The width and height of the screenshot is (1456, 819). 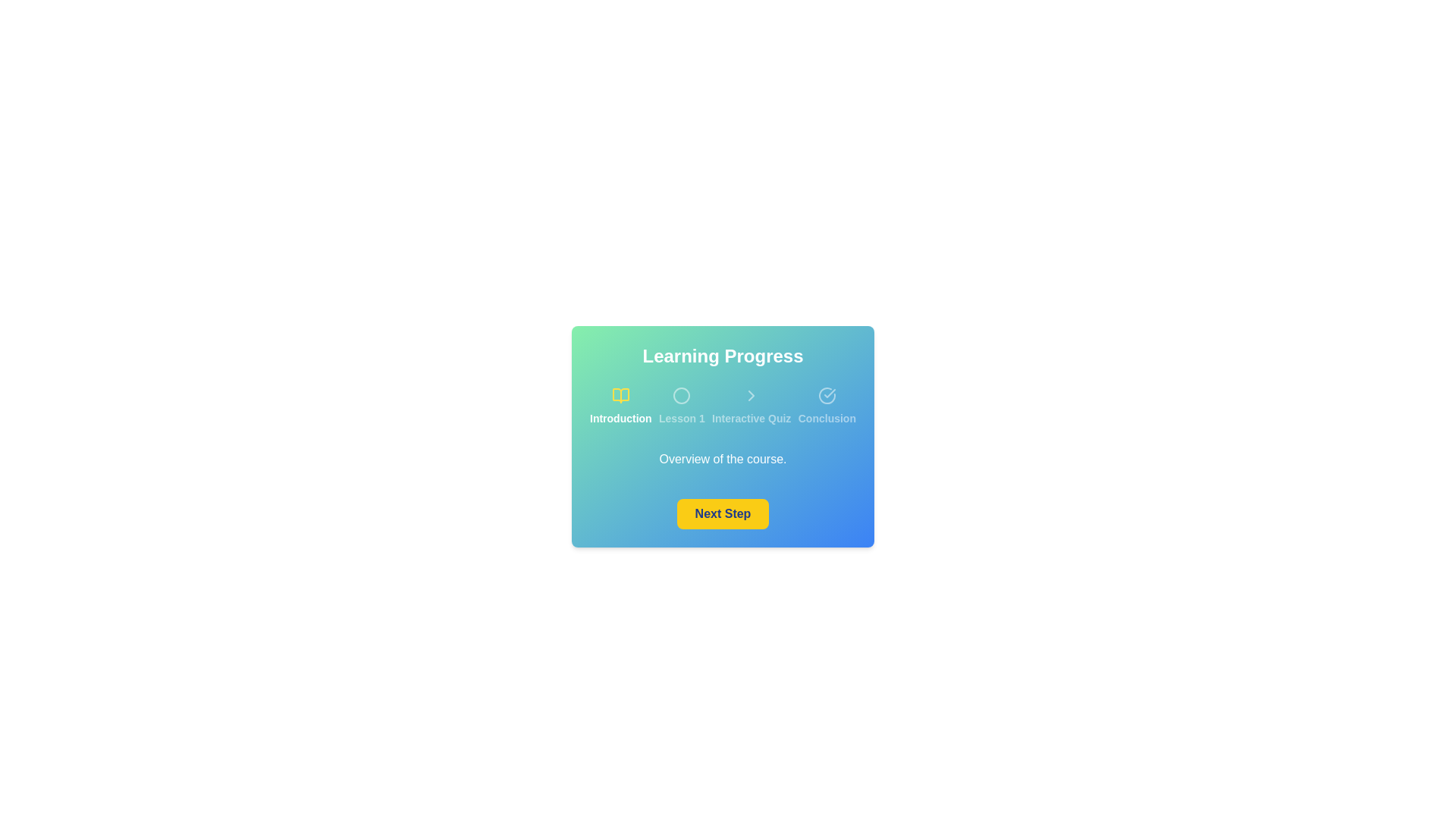 What do you see at coordinates (620, 394) in the screenshot?
I see `the book icon located at the top left of the 'Learning Progress' card, adjacent to the label 'Introduction'` at bounding box center [620, 394].